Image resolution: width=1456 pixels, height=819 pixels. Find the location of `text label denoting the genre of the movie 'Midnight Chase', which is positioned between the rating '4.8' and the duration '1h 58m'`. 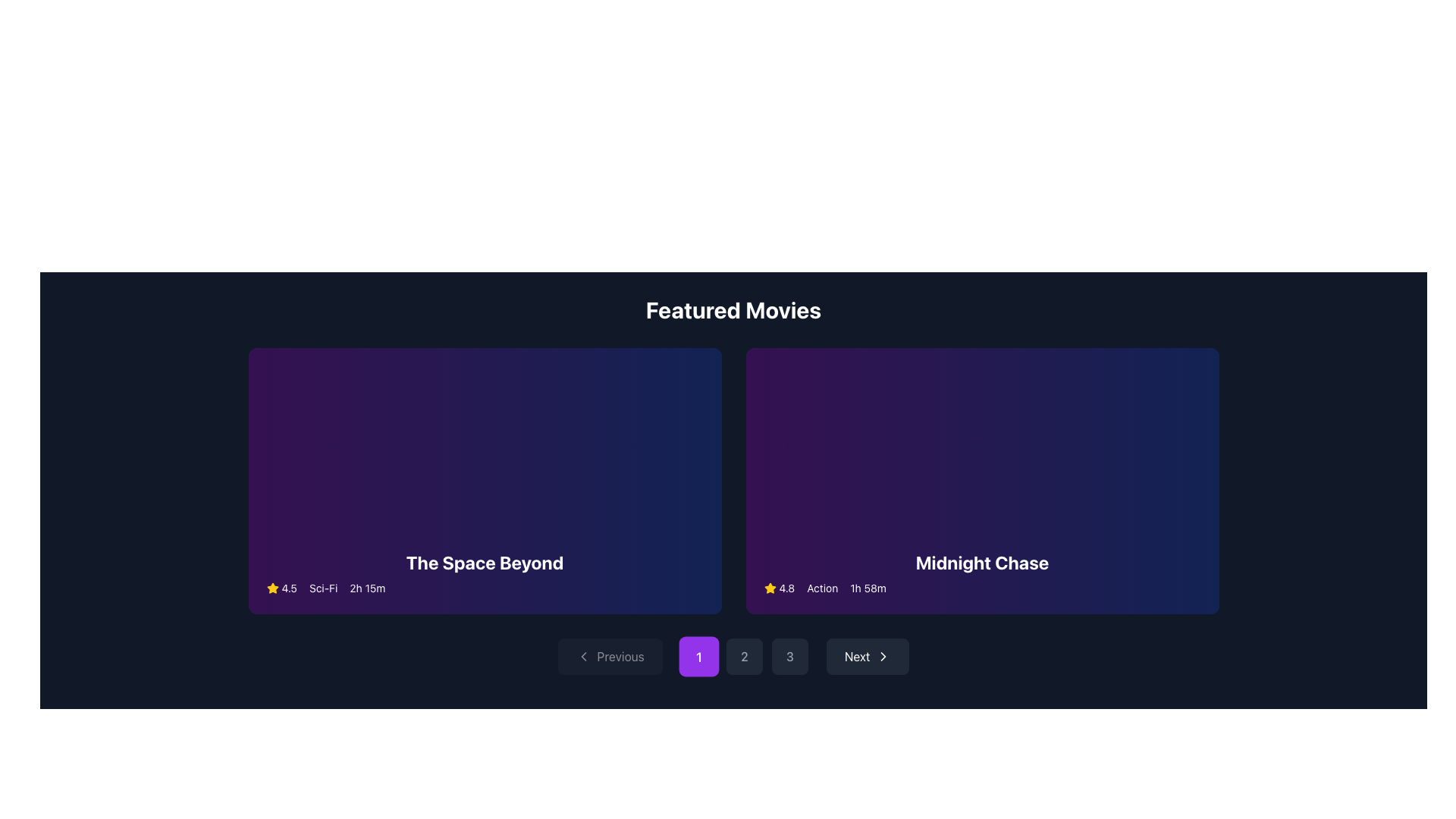

text label denoting the genre of the movie 'Midnight Chase', which is positioned between the rating '4.8' and the duration '1h 58m' is located at coordinates (821, 587).